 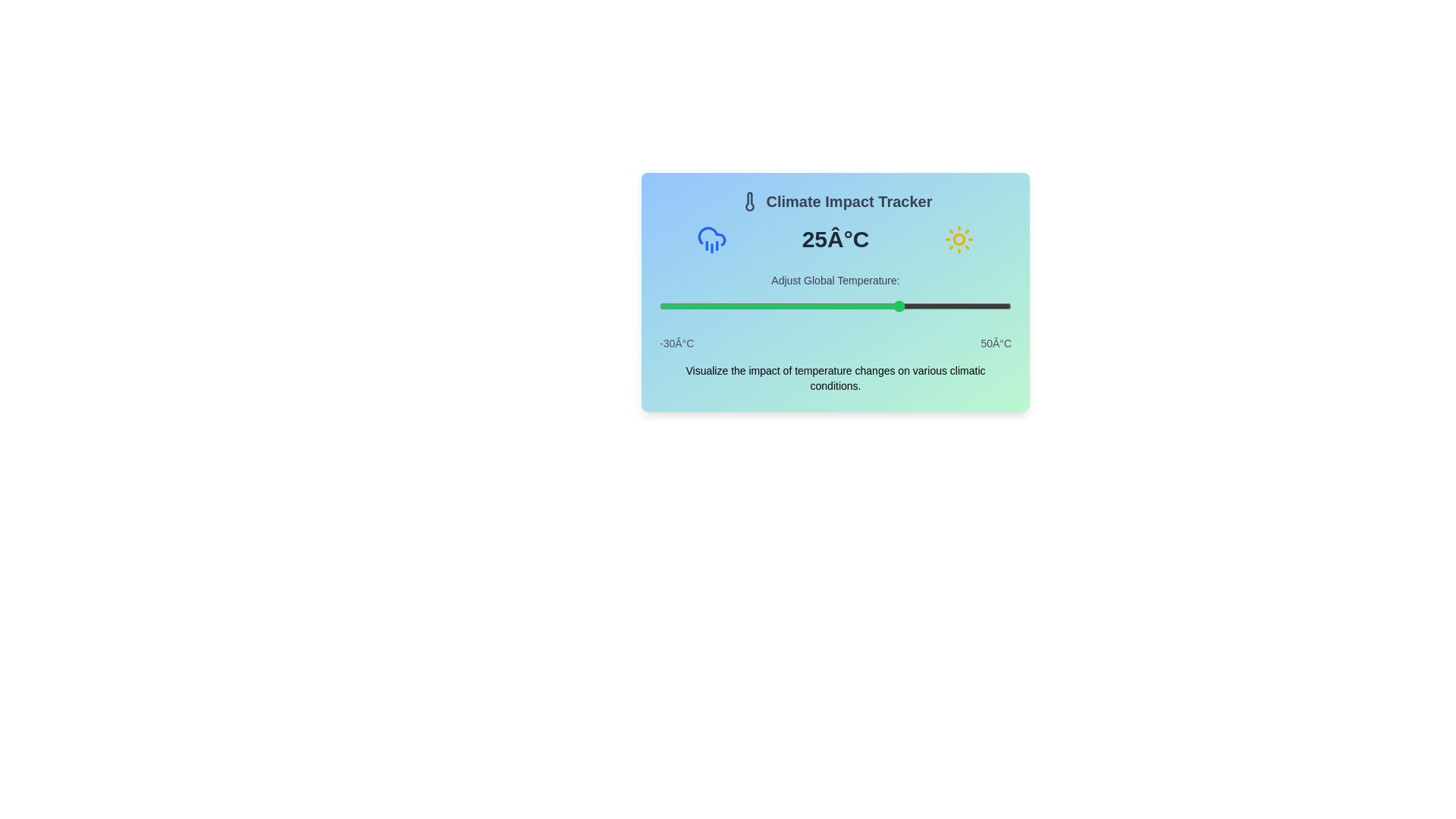 What do you see at coordinates (902, 306) in the screenshot?
I see `the slider to set the temperature to 25°C` at bounding box center [902, 306].